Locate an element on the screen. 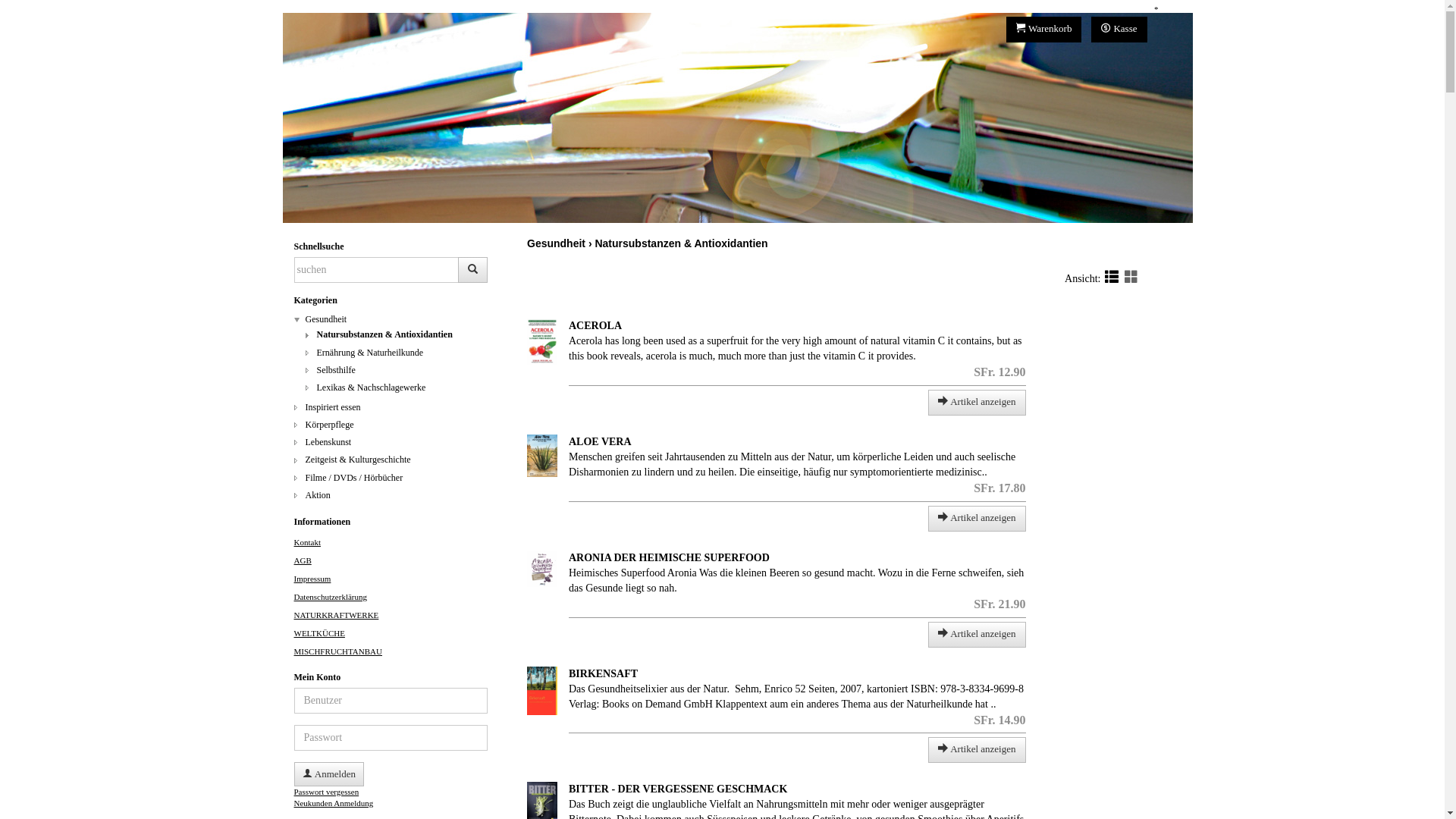  'Warenkorb' is located at coordinates (1043, 29).